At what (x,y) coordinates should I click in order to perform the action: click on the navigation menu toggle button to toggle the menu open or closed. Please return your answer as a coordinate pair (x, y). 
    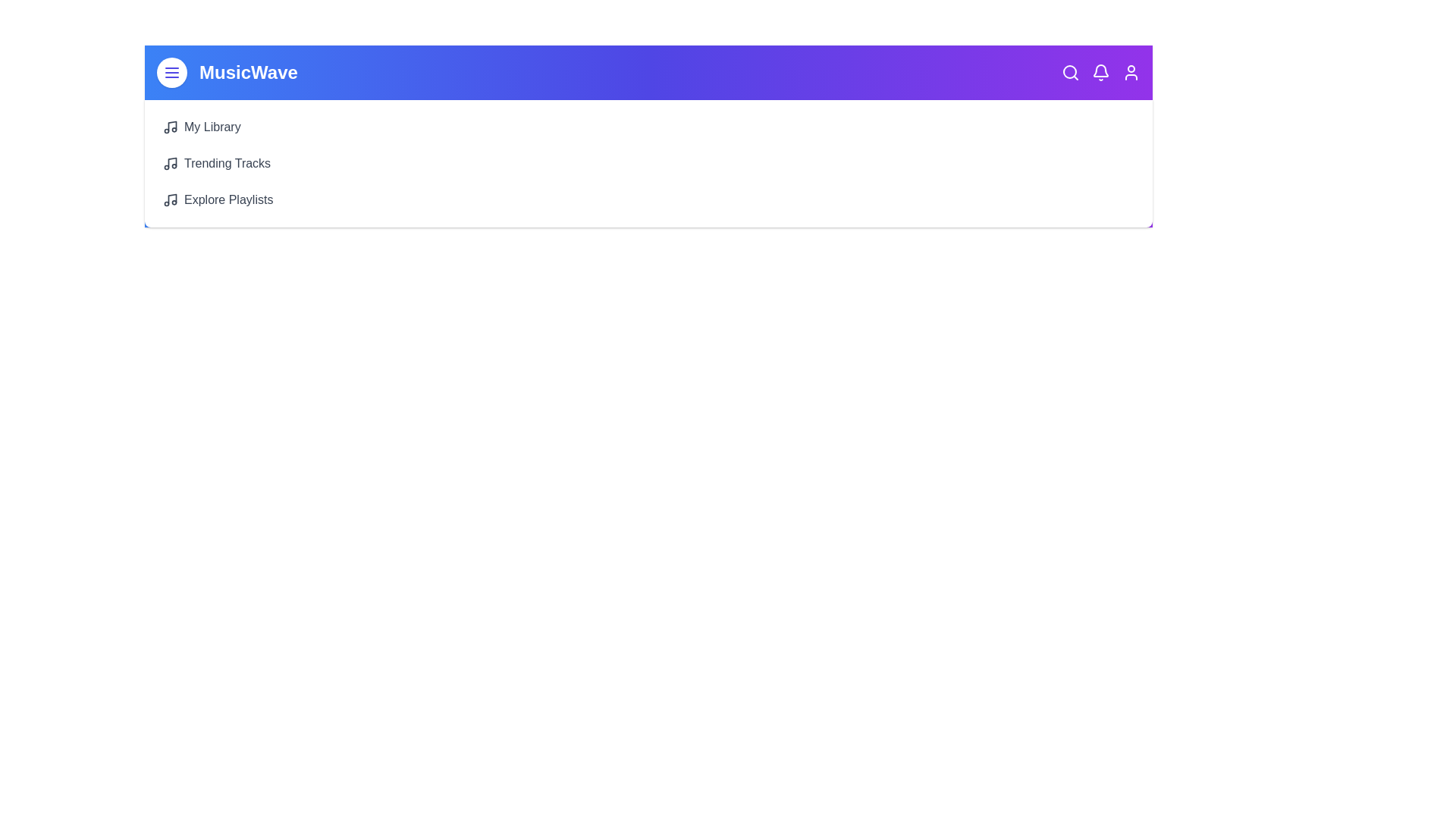
    Looking at the image, I should click on (171, 73).